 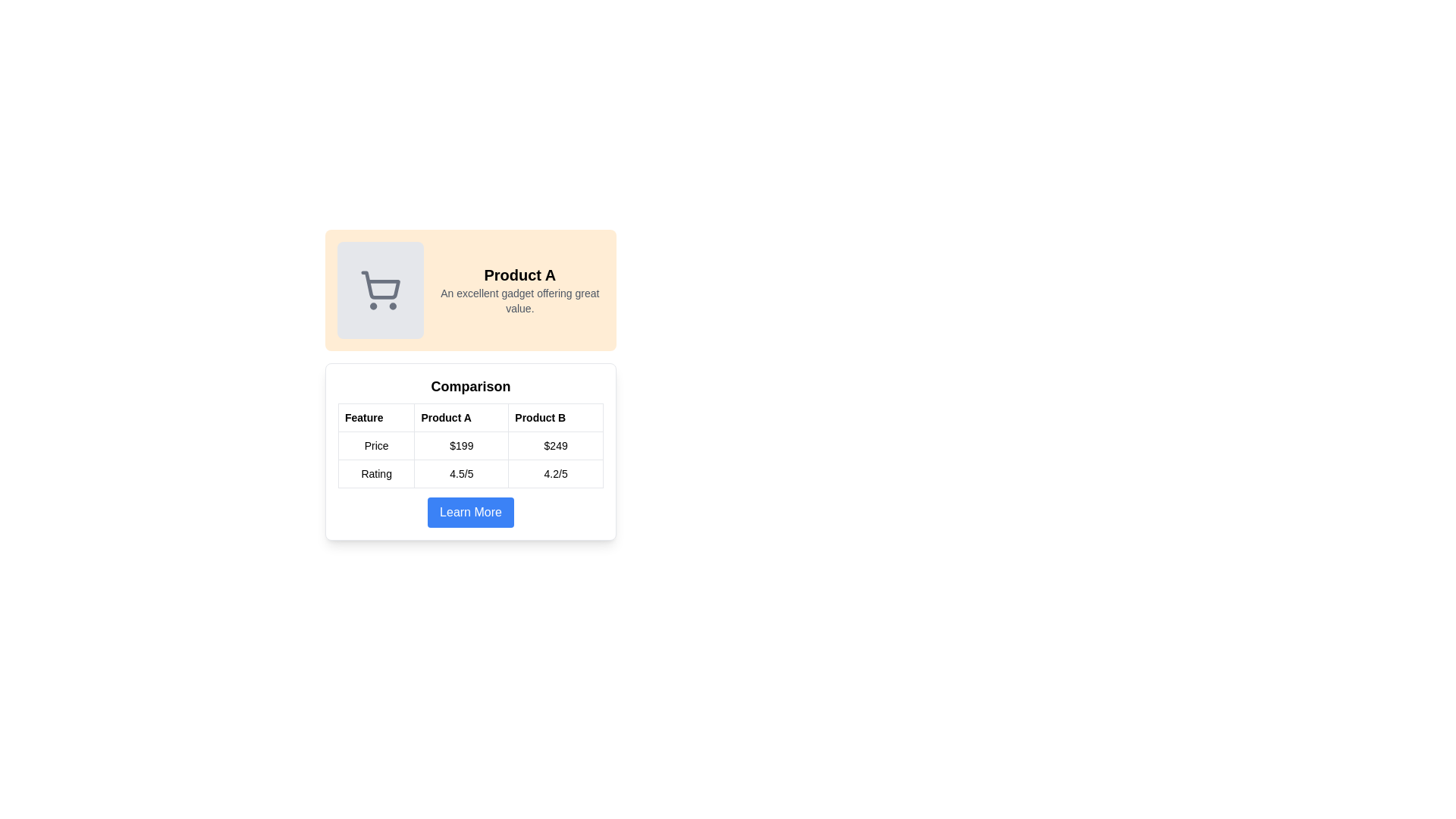 I want to click on the text label displaying 'Product A', which is positioned in the middle column of a comparison table row, so click(x=460, y=418).